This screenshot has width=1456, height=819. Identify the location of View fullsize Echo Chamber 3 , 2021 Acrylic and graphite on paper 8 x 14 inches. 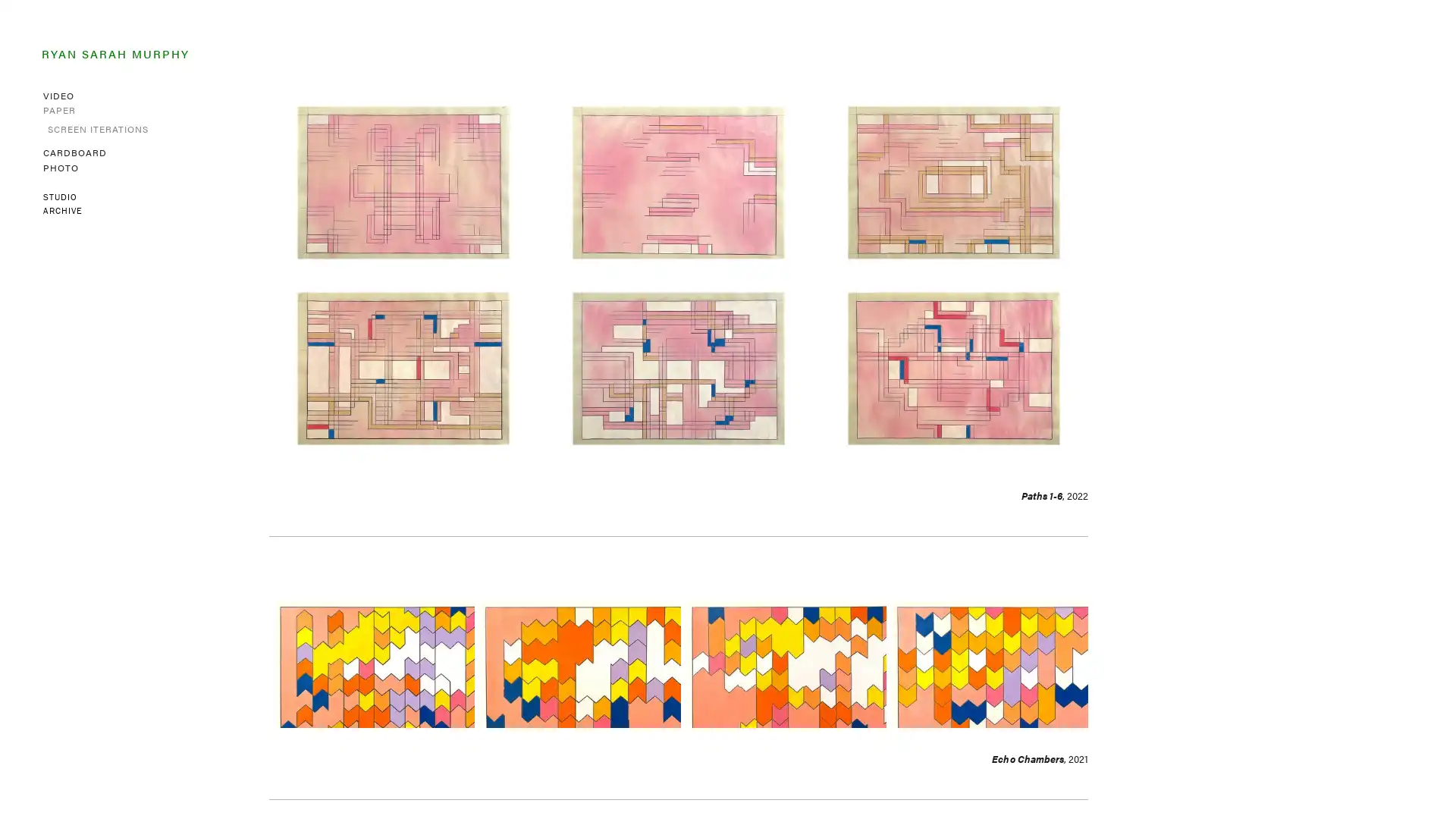
(781, 647).